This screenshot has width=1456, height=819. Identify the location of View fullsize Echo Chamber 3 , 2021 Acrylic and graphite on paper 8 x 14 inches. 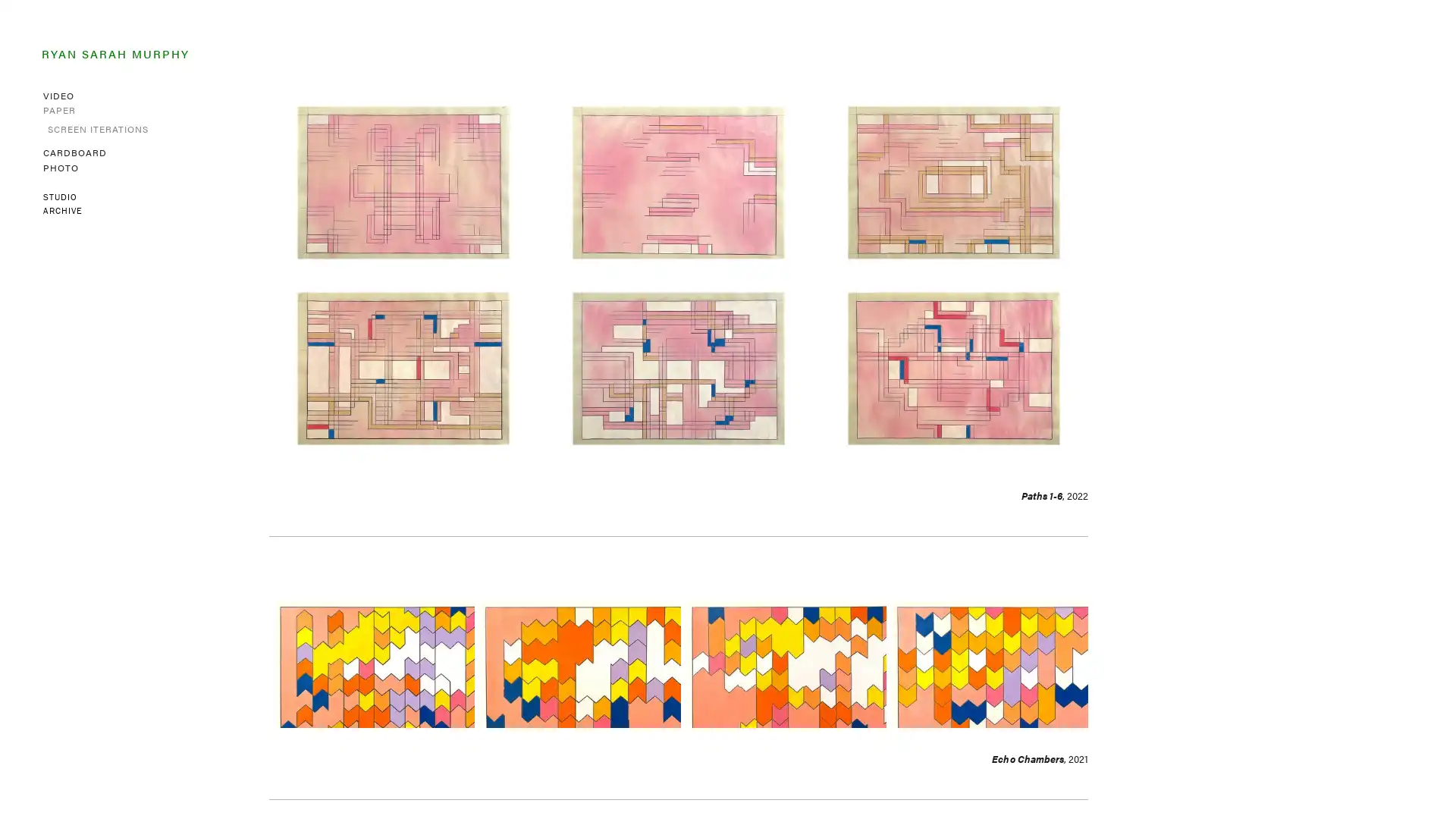
(781, 647).